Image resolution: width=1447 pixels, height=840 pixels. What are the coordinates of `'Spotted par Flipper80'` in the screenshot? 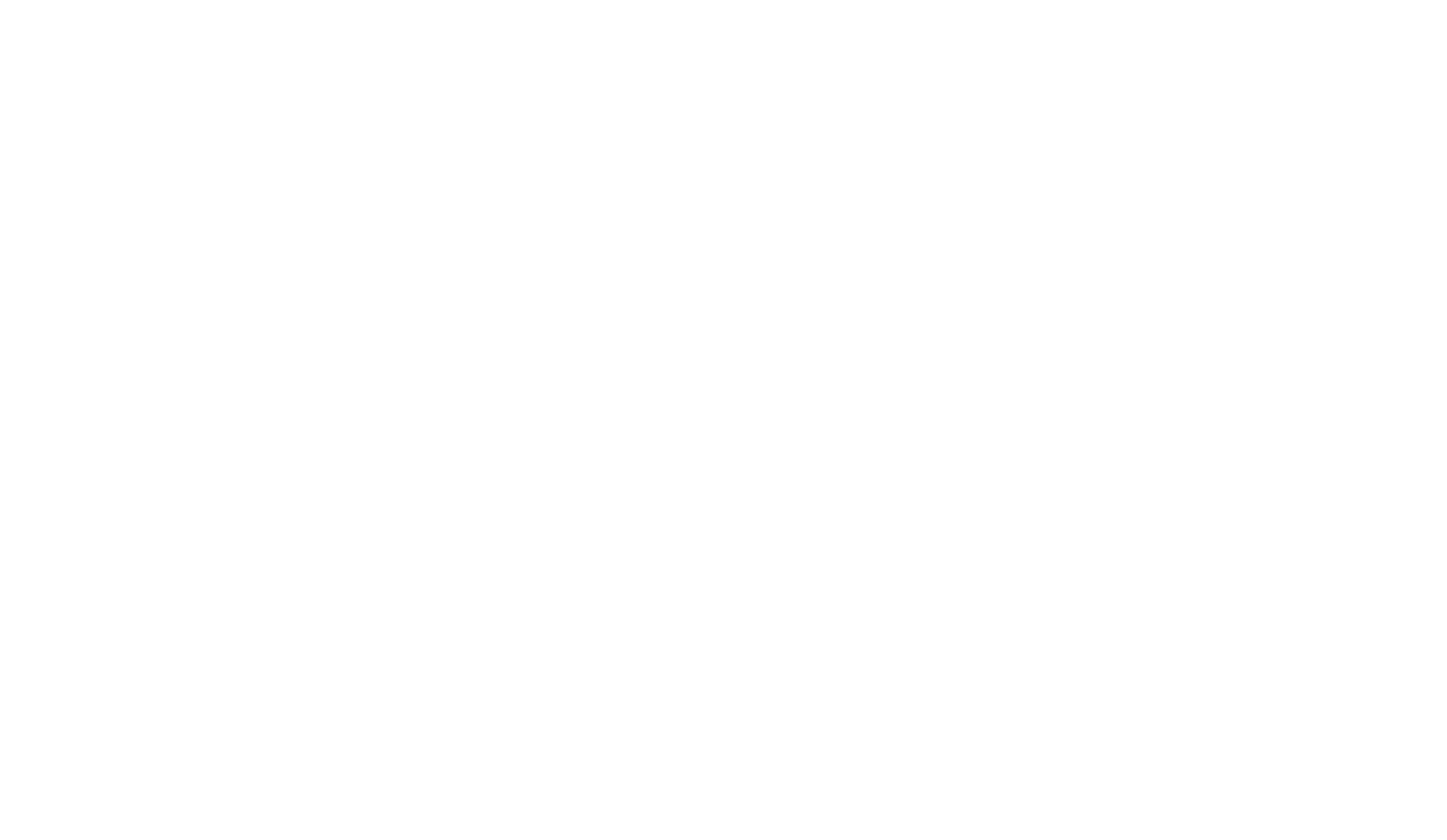 It's located at (1031, 439).